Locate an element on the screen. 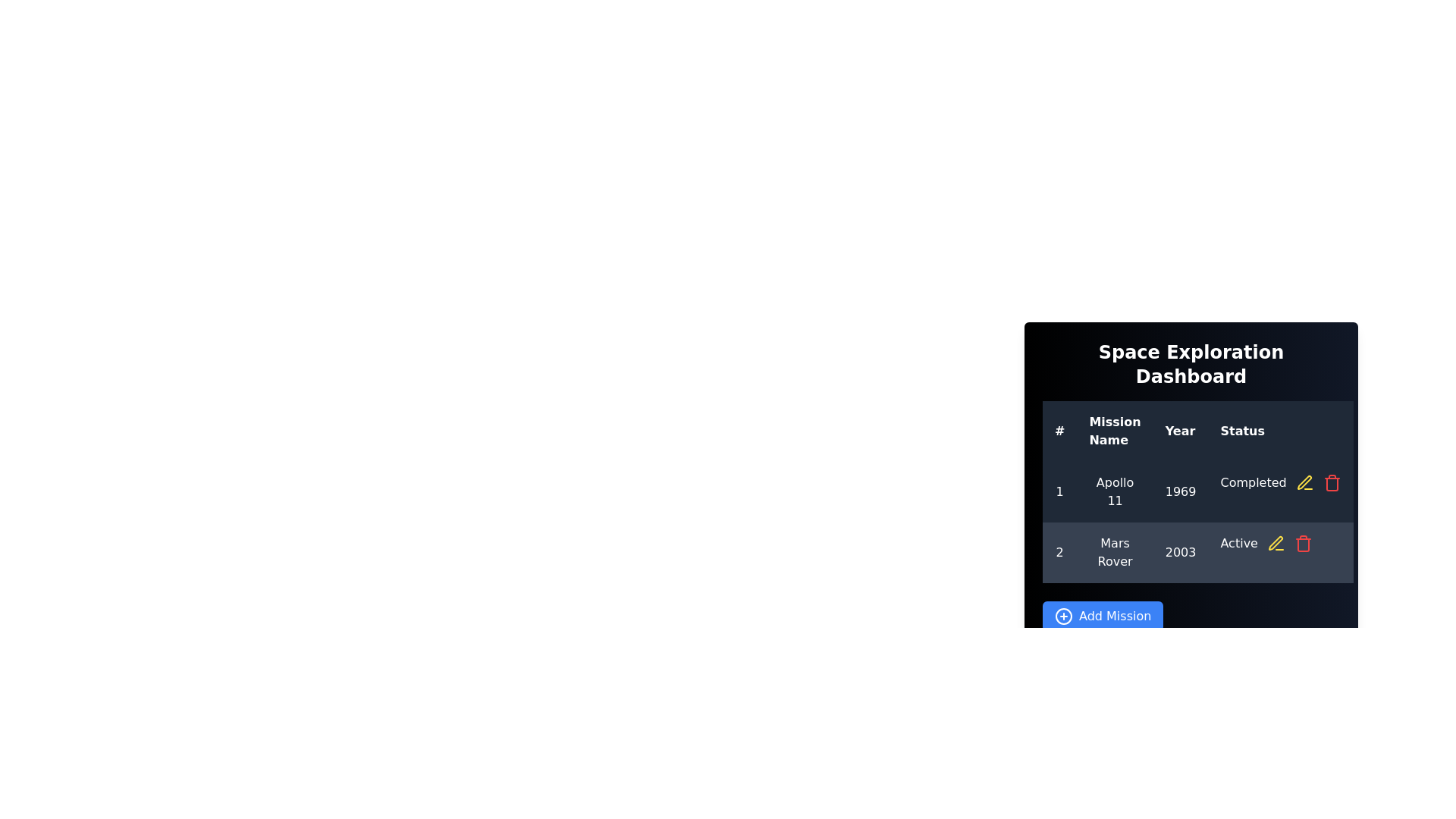 Image resolution: width=1456 pixels, height=819 pixels. the text label displaying '2003' in the 'Year' column of the table for the 'Mars Rover' mission is located at coordinates (1180, 553).